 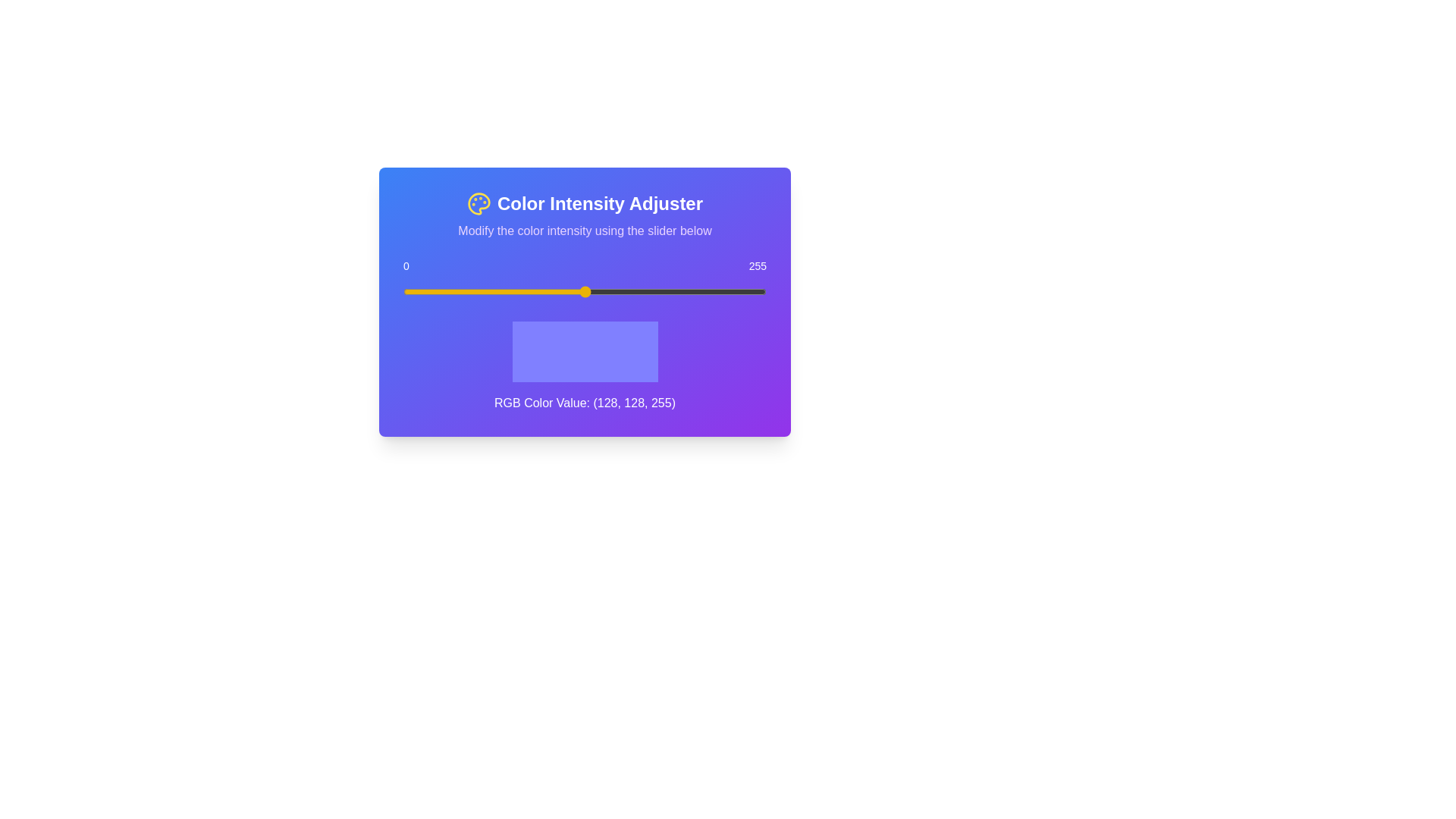 I want to click on the slider to set the color intensity to 77, so click(x=513, y=292).